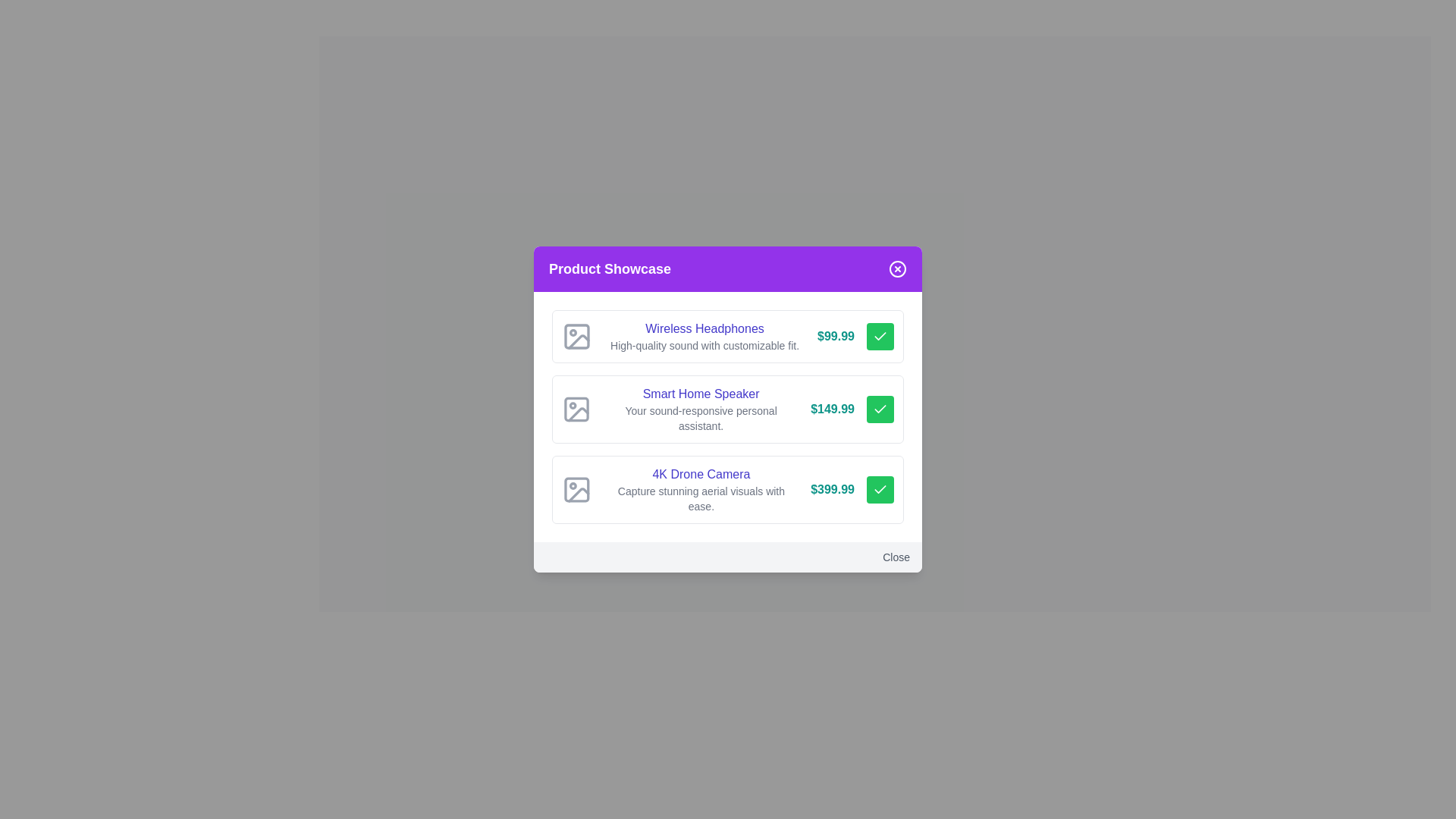  What do you see at coordinates (700, 489) in the screenshot?
I see `the Text Label that displays '4K Drone Camera' and 'Capture stunning aerial visuals with ease.' in a bold indigo and smaller gray font, respectively, located within the third product entry of a vertical list` at bounding box center [700, 489].